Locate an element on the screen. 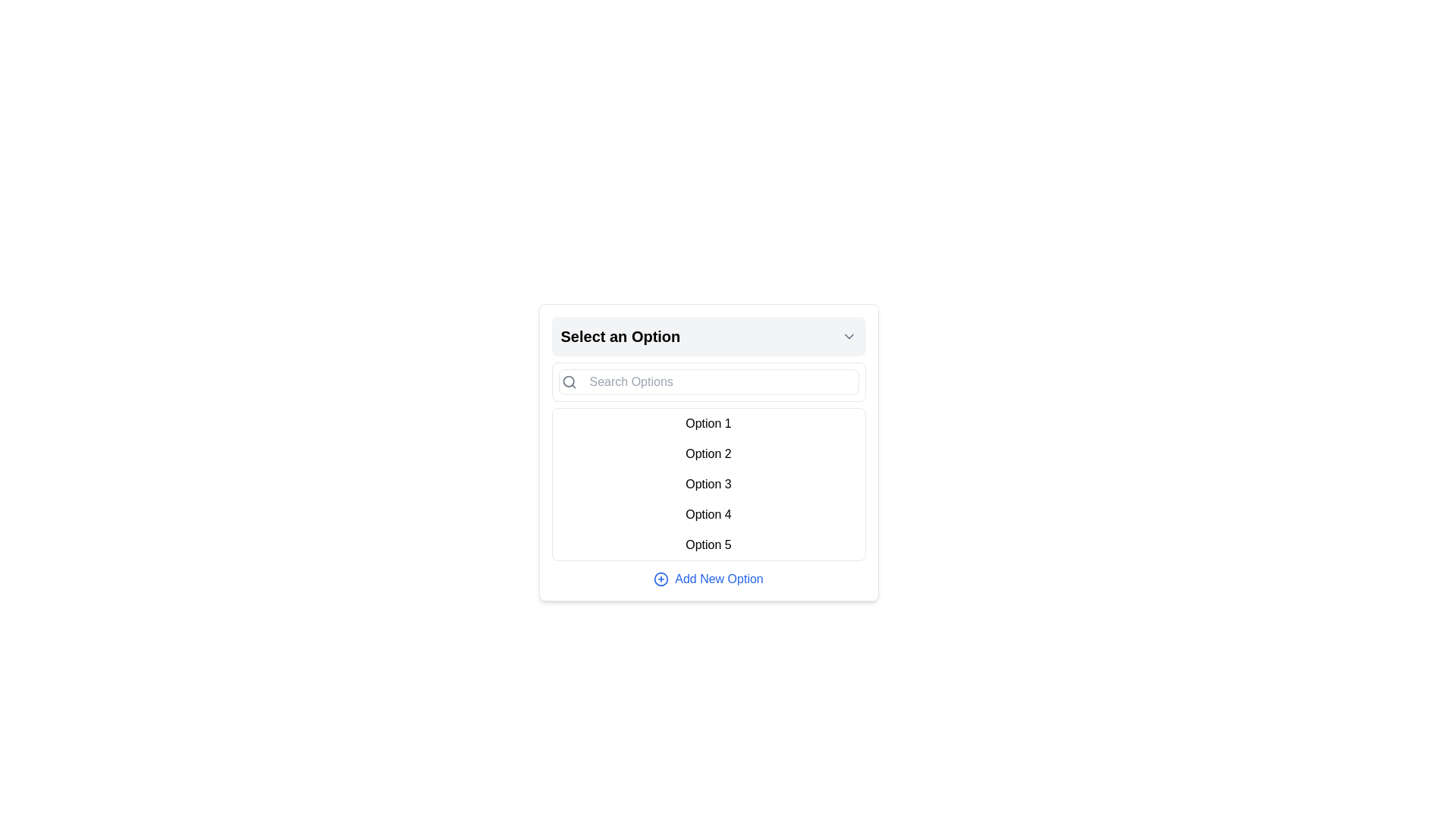 This screenshot has width=1456, height=819. the gray magnifying glass icon located on the left side of the search input field adjacent to the text input area is located at coordinates (568, 381).